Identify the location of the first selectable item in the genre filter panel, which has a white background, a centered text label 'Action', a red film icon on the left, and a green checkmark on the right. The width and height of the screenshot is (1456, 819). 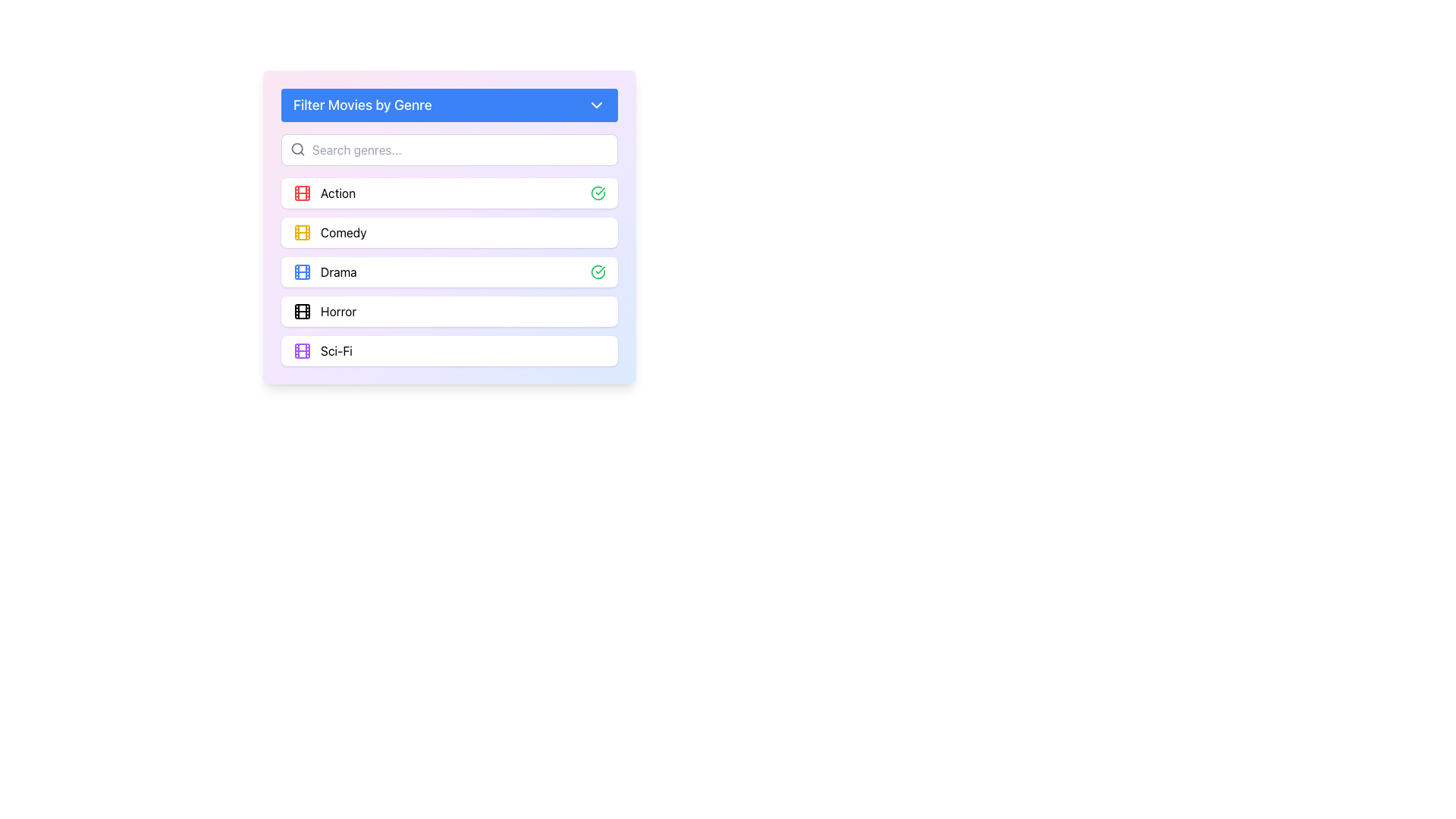
(449, 192).